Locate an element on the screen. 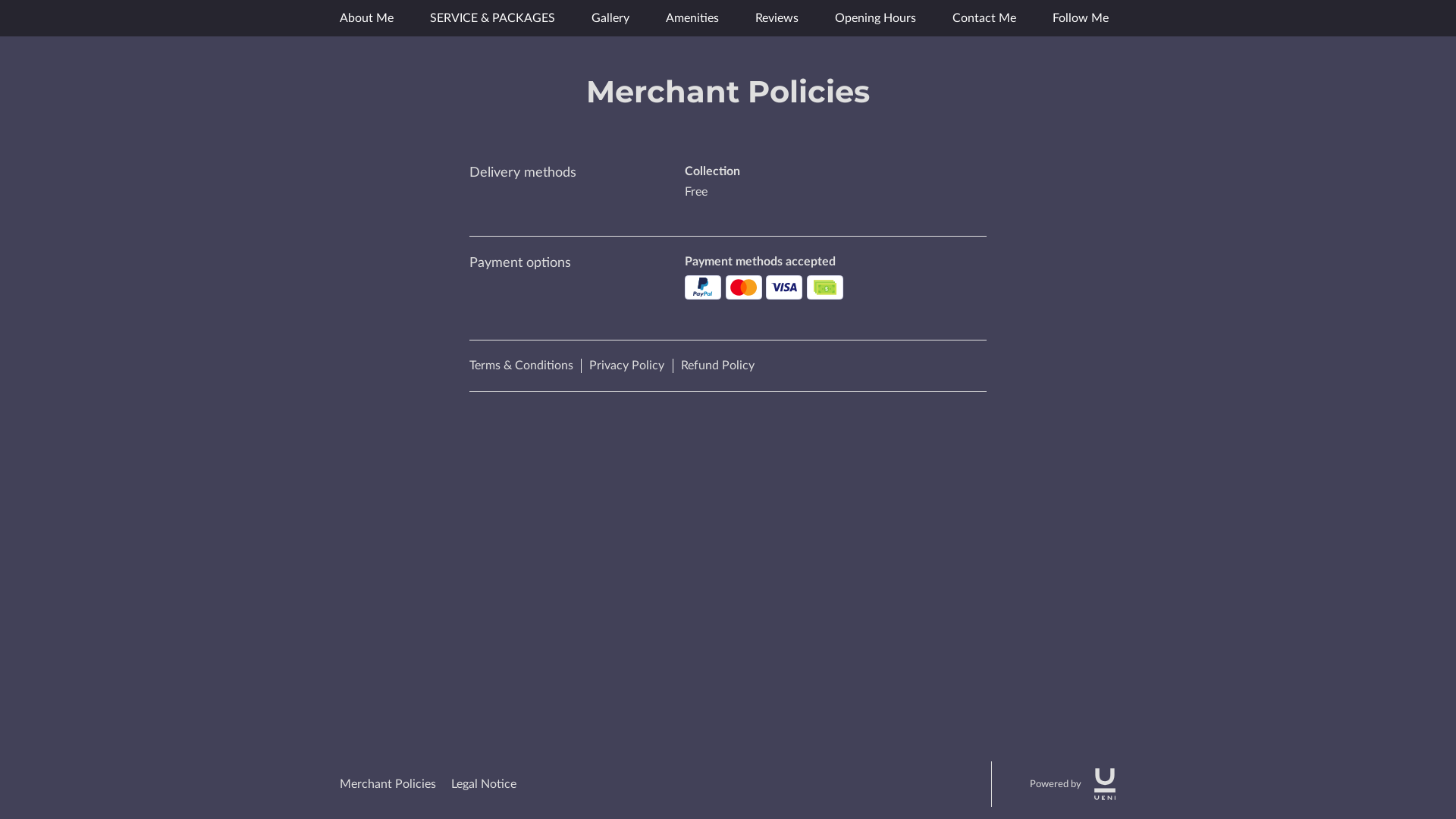  'About Me' is located at coordinates (366, 17).